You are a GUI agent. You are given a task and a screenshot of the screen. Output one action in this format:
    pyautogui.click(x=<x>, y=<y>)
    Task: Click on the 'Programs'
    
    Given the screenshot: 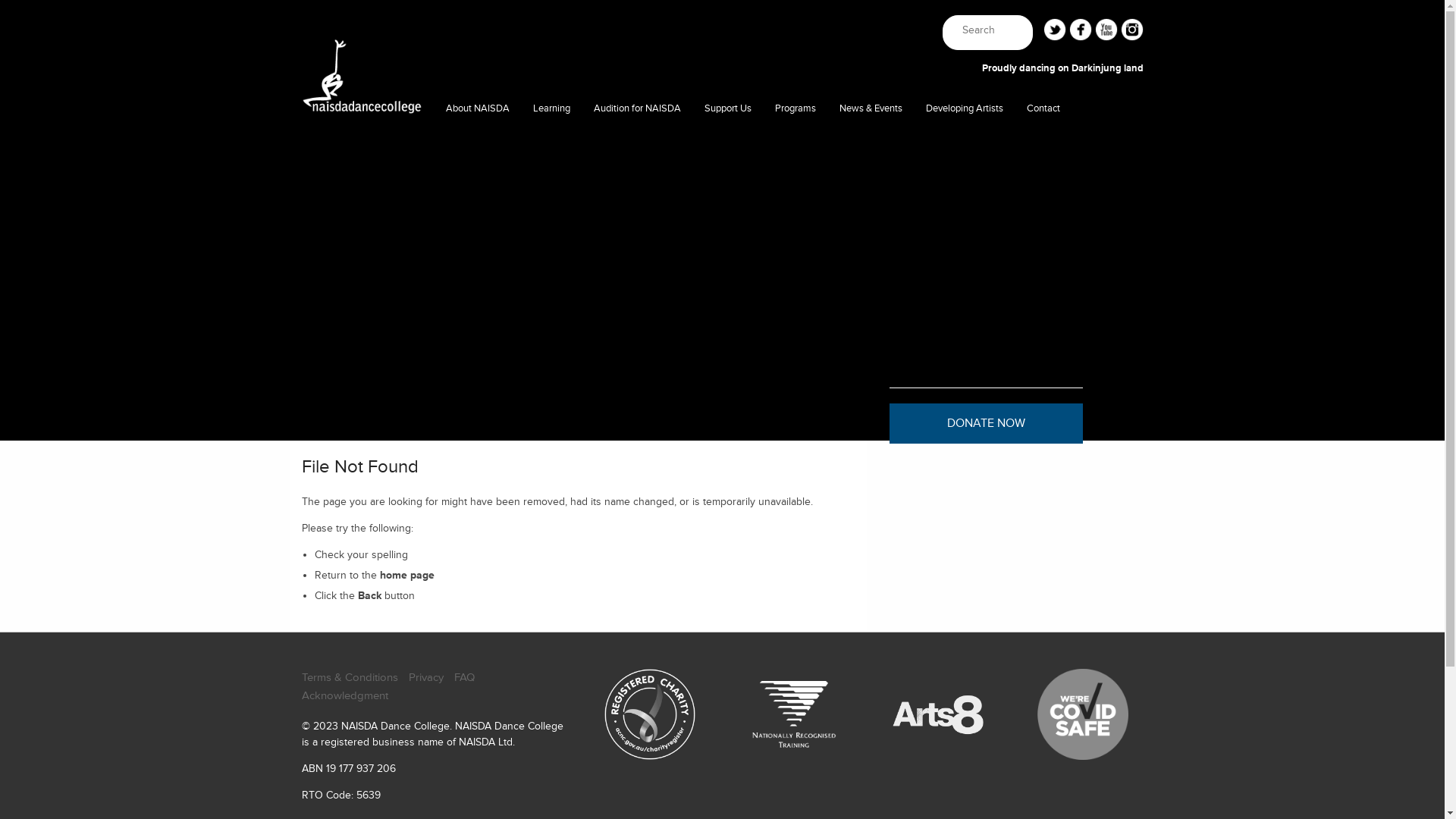 What is the action you would take?
    pyautogui.click(x=795, y=108)
    